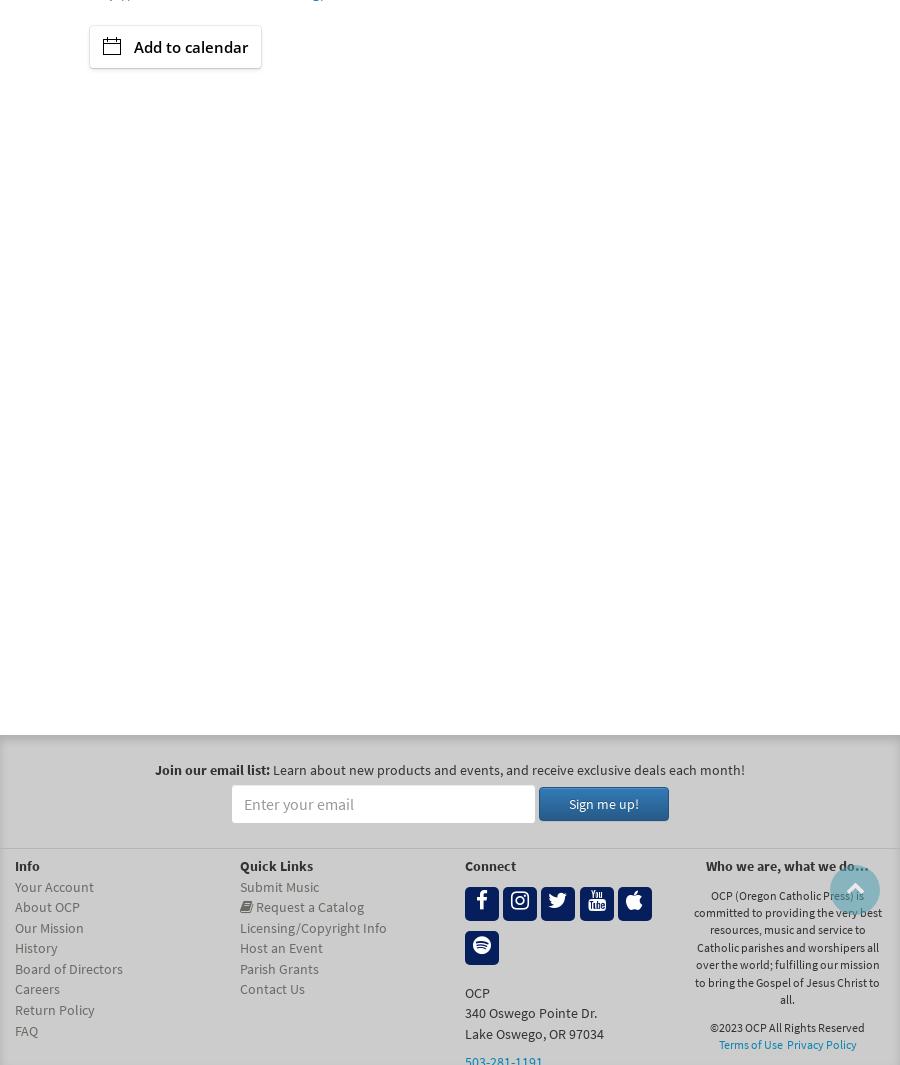  Describe the element at coordinates (46, 906) in the screenshot. I see `'About OCP'` at that location.